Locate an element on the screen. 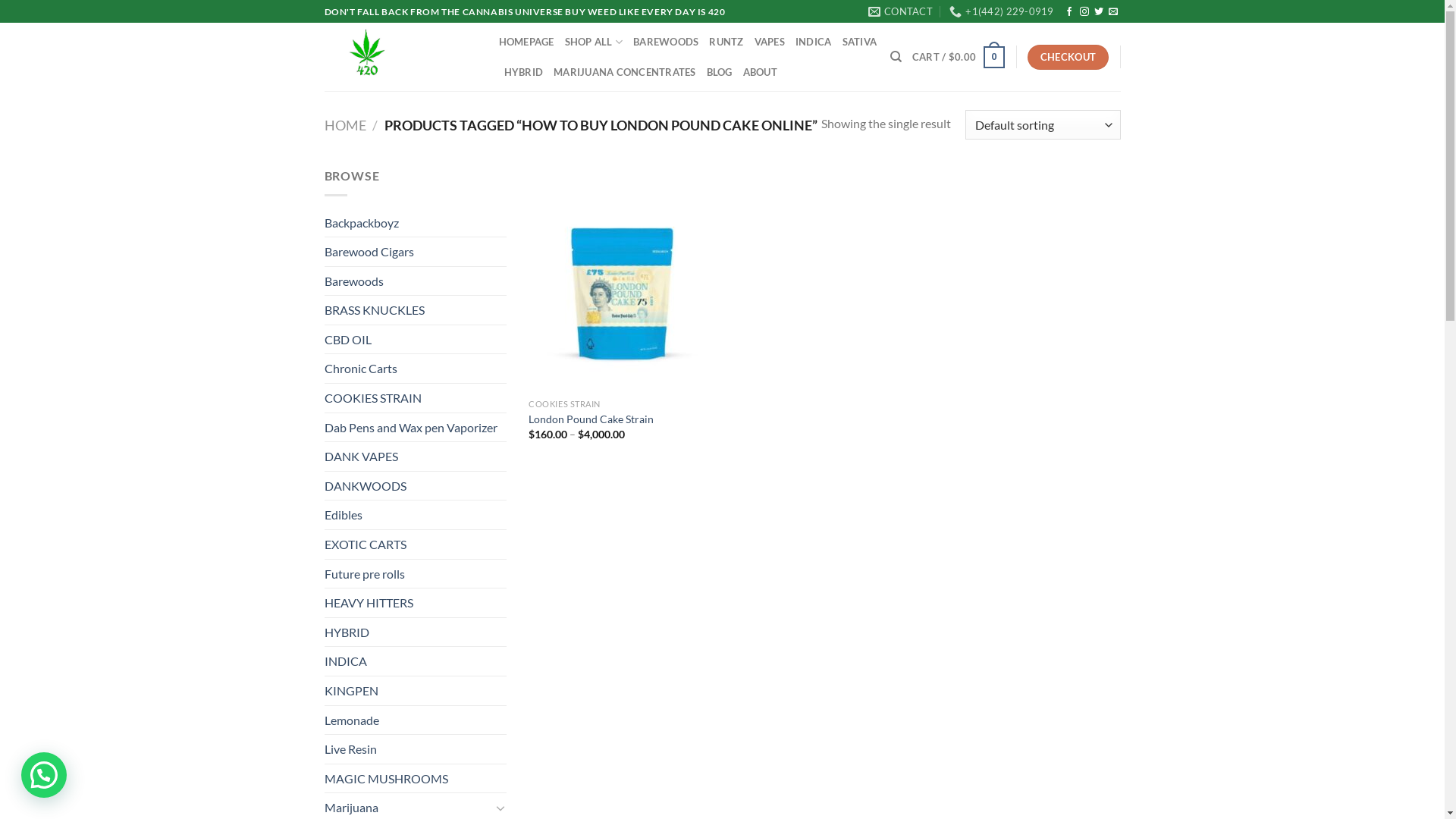  'SATIVA' is located at coordinates (840, 40).